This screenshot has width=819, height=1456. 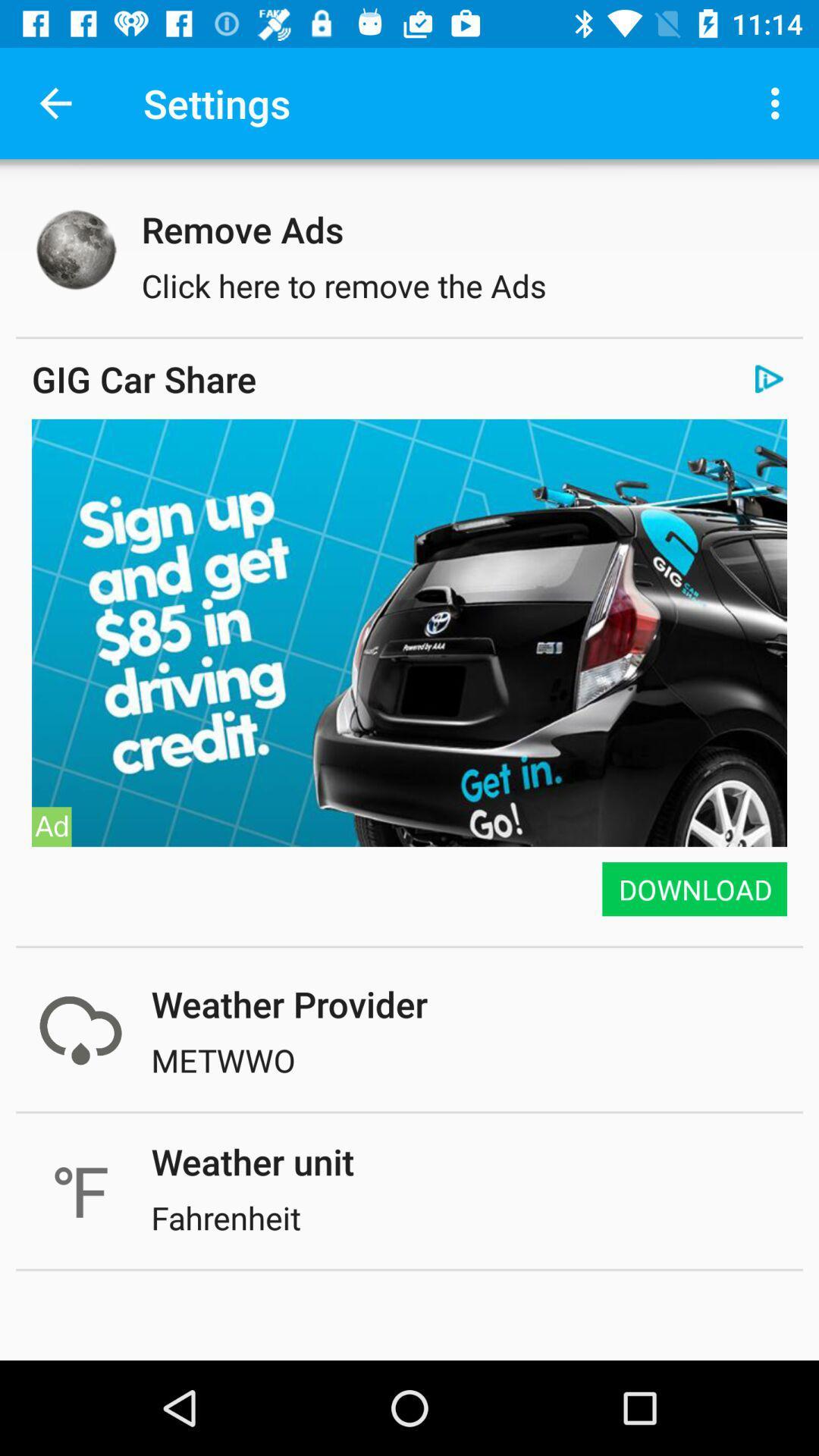 I want to click on item above the download item, so click(x=409, y=633).